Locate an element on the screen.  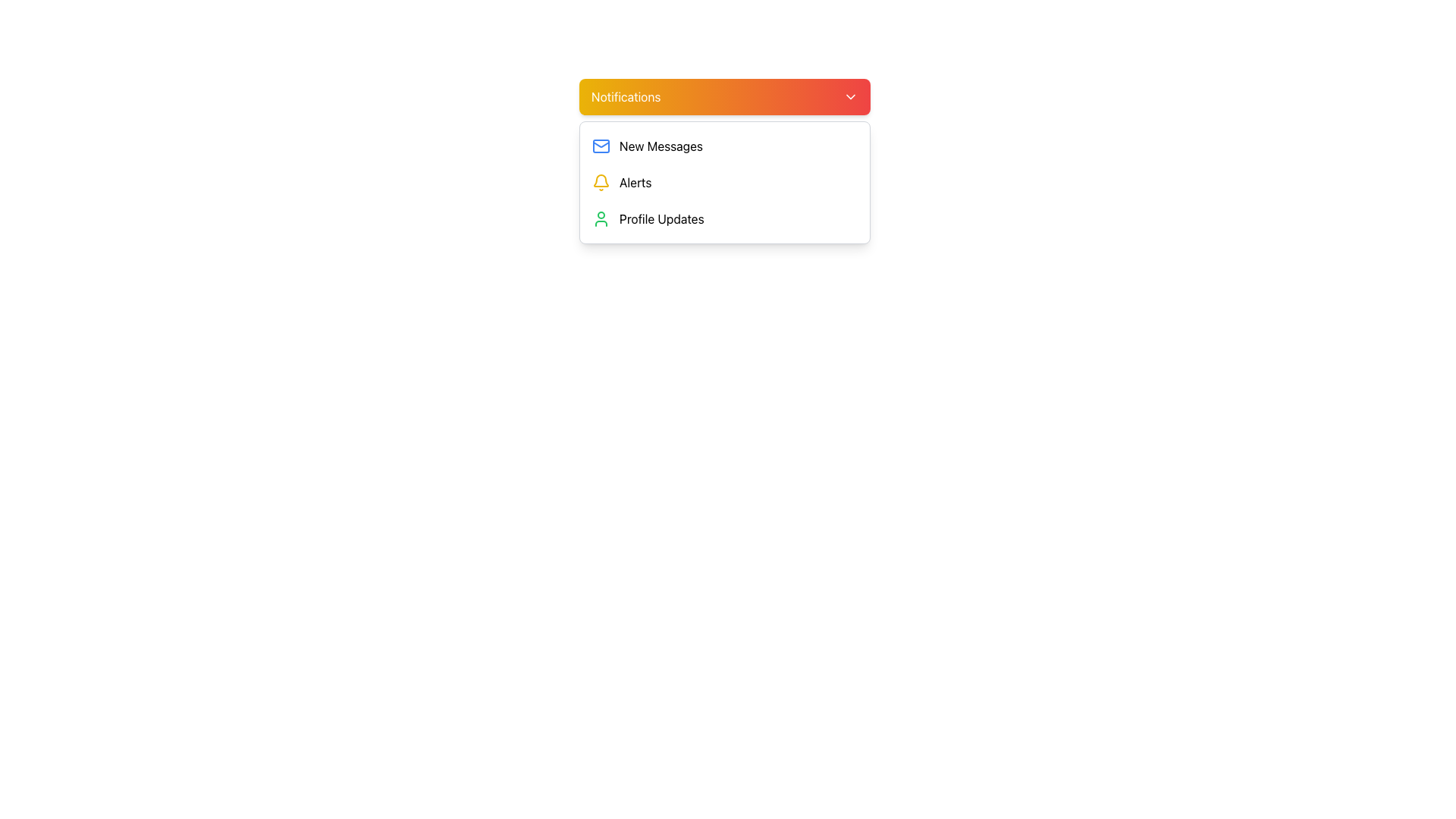
the blue mail icon indicating new messages, located in the dropdown menu under 'Notifications', to the left of the text 'New Messages' is located at coordinates (600, 146).